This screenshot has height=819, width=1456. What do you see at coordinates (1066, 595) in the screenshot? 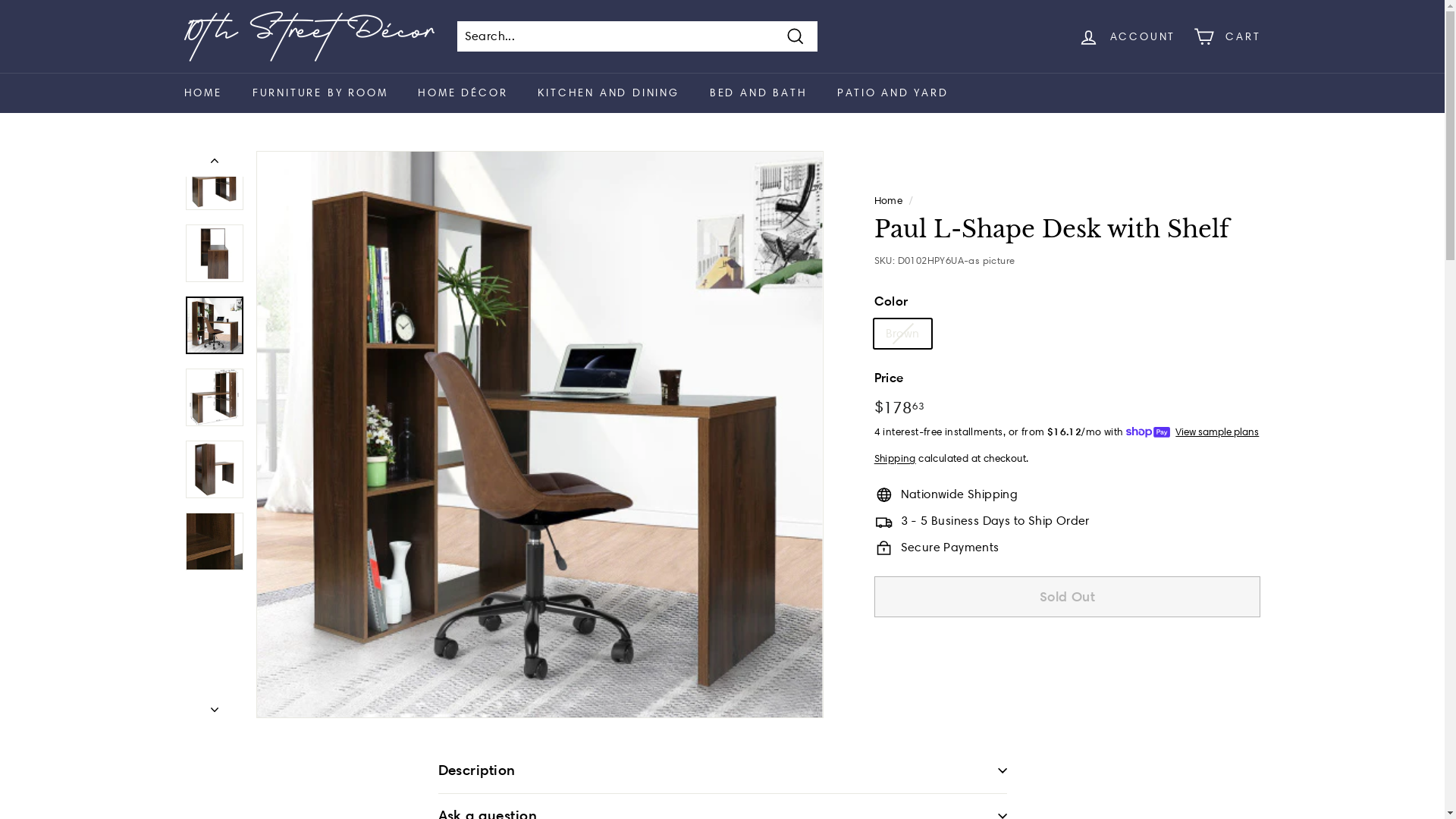
I see `'Sold Out'` at bounding box center [1066, 595].